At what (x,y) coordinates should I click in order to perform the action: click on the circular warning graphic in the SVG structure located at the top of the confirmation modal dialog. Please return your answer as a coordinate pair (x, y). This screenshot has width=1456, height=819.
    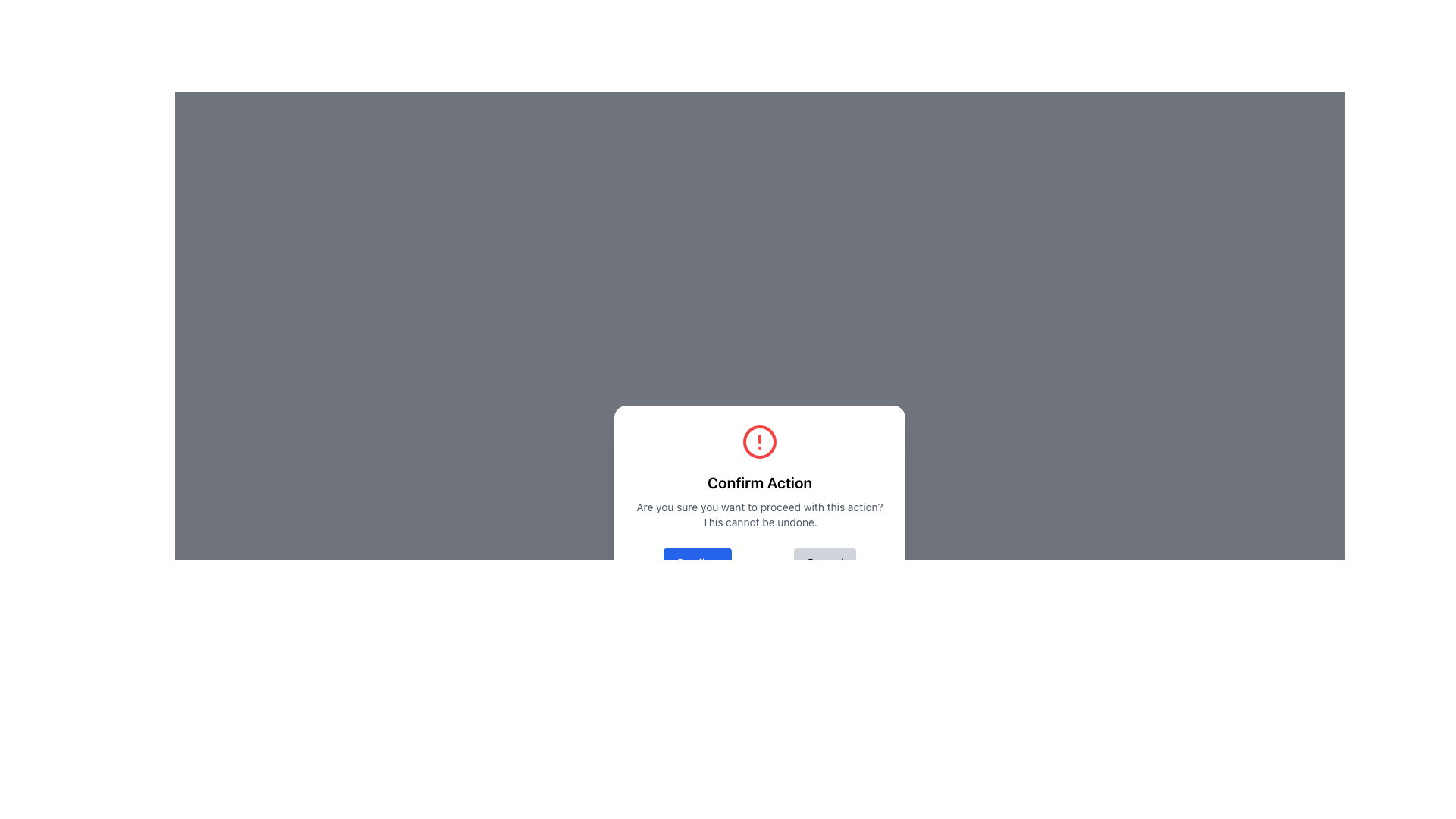
    Looking at the image, I should click on (760, 441).